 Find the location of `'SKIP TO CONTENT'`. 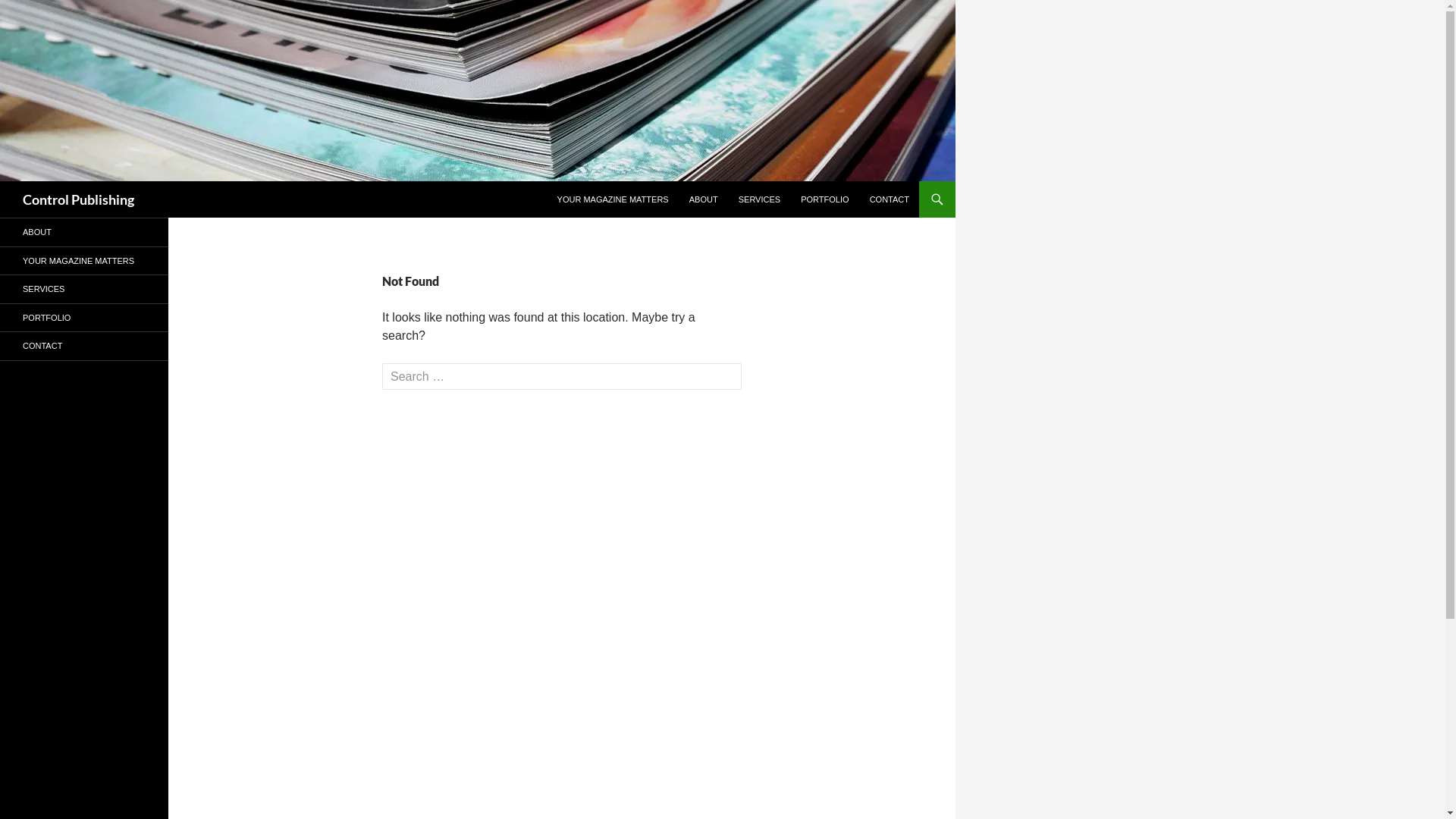

'SKIP TO CONTENT' is located at coordinates (546, 180).